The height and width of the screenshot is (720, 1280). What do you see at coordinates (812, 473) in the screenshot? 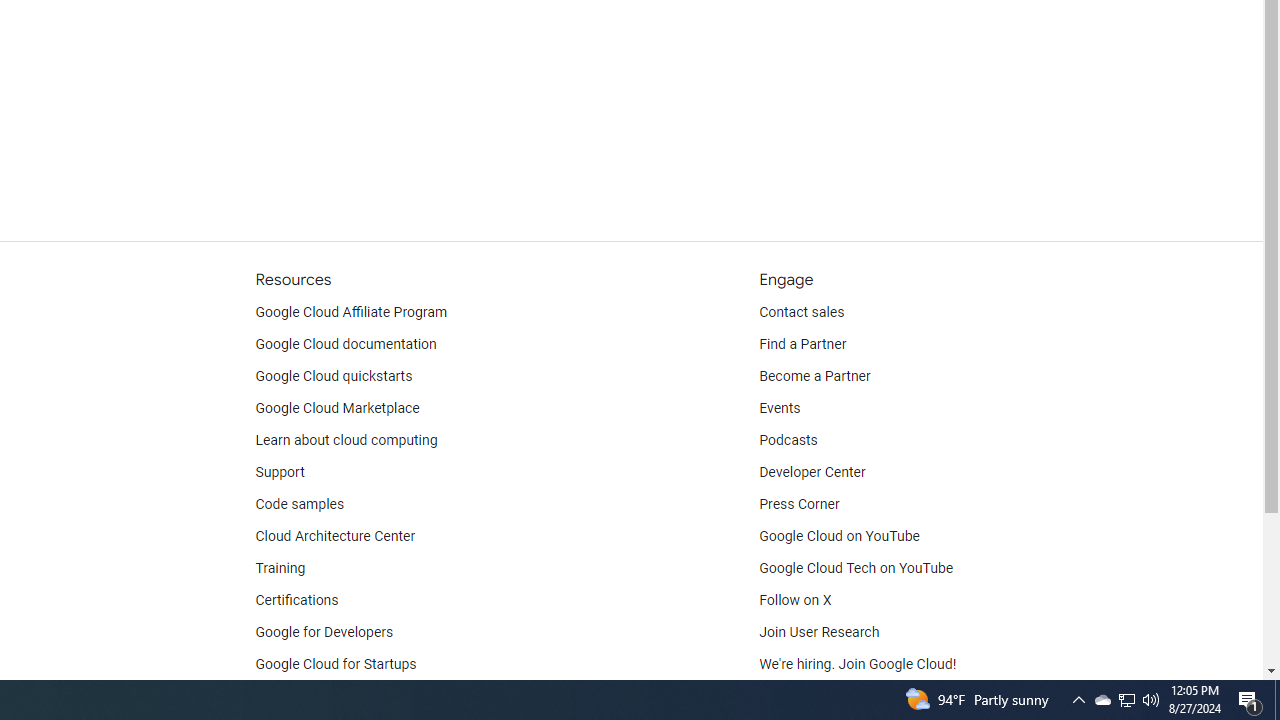
I see `'Developer Center'` at bounding box center [812, 473].